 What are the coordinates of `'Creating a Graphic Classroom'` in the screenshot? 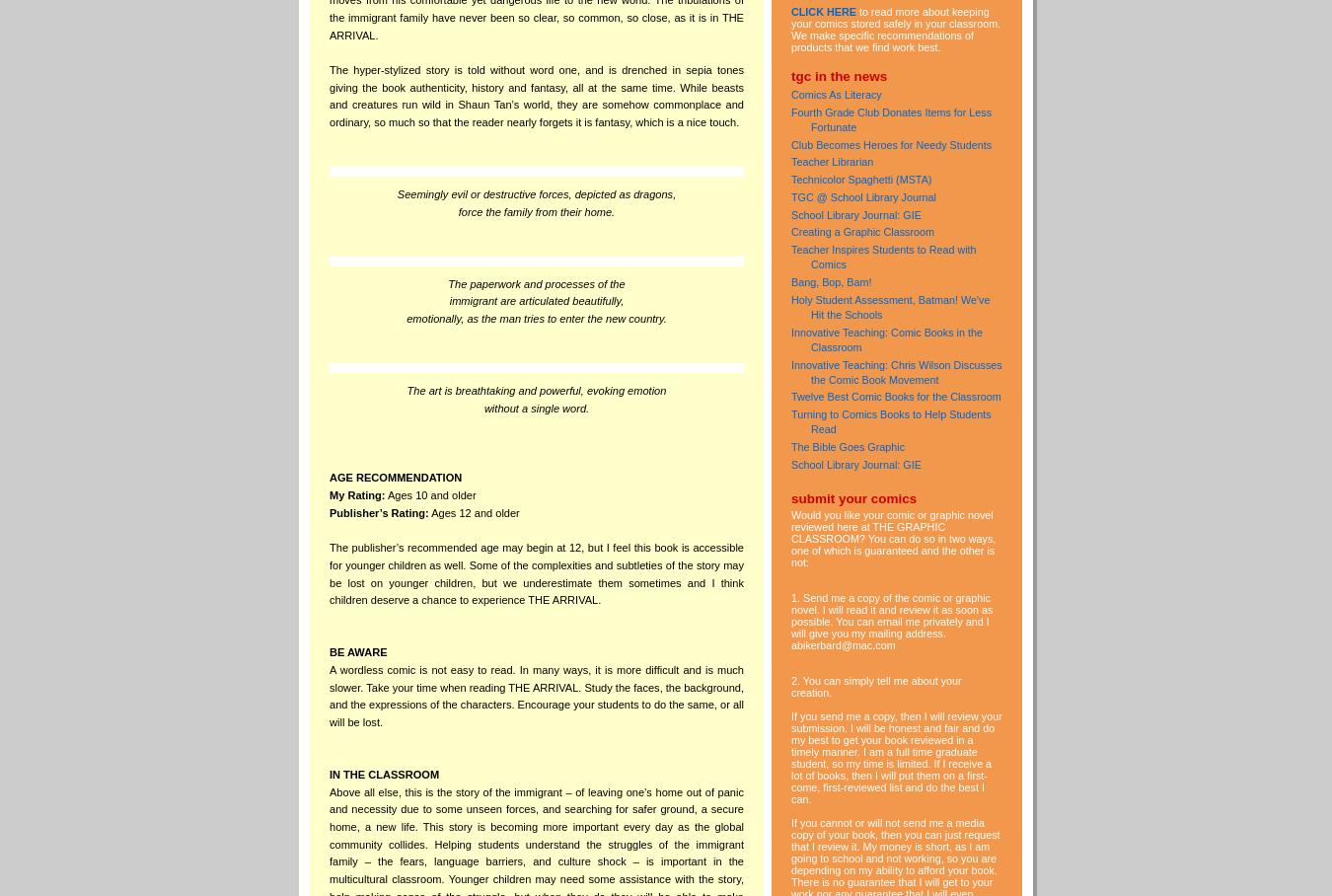 It's located at (862, 230).